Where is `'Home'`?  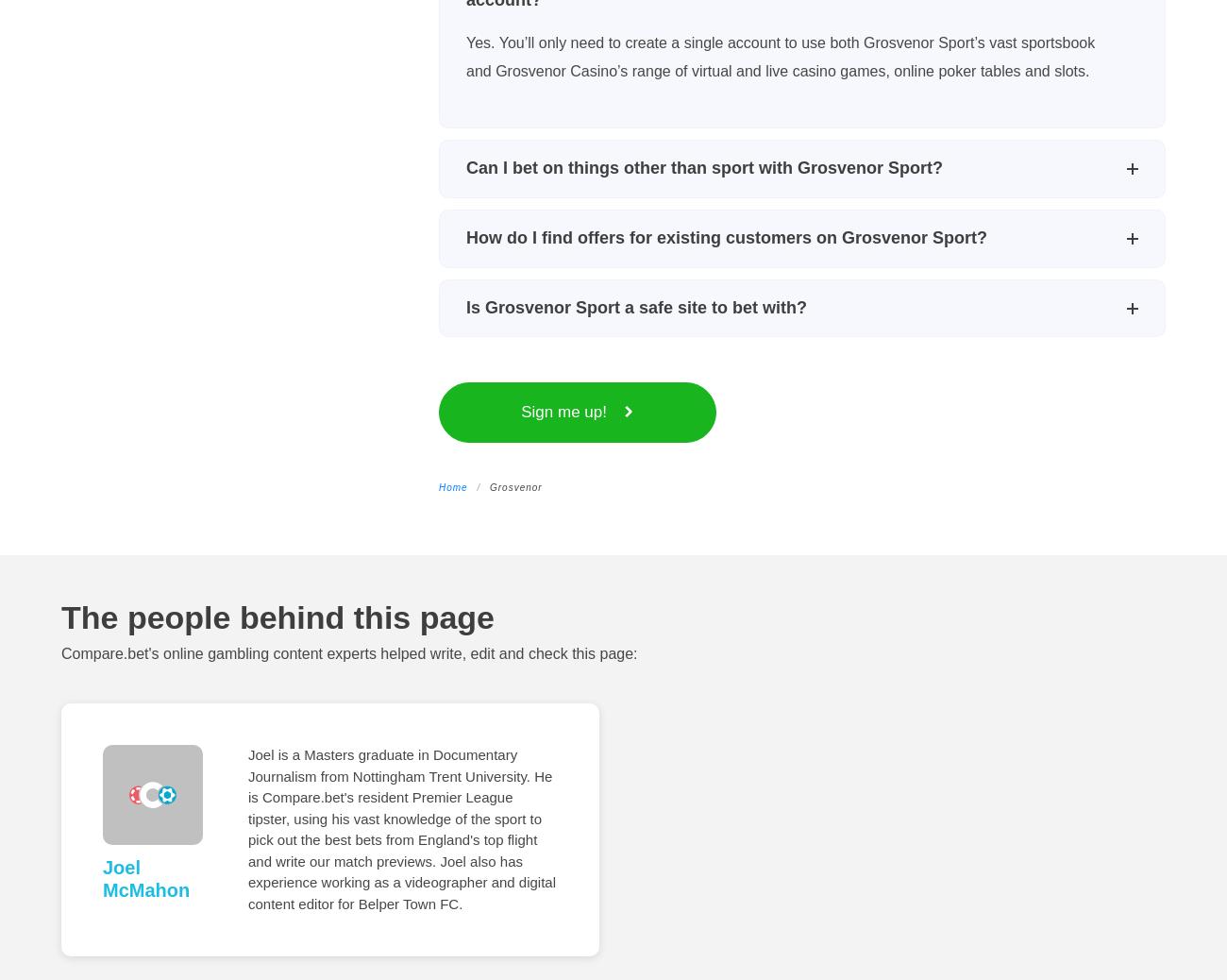 'Home' is located at coordinates (451, 486).